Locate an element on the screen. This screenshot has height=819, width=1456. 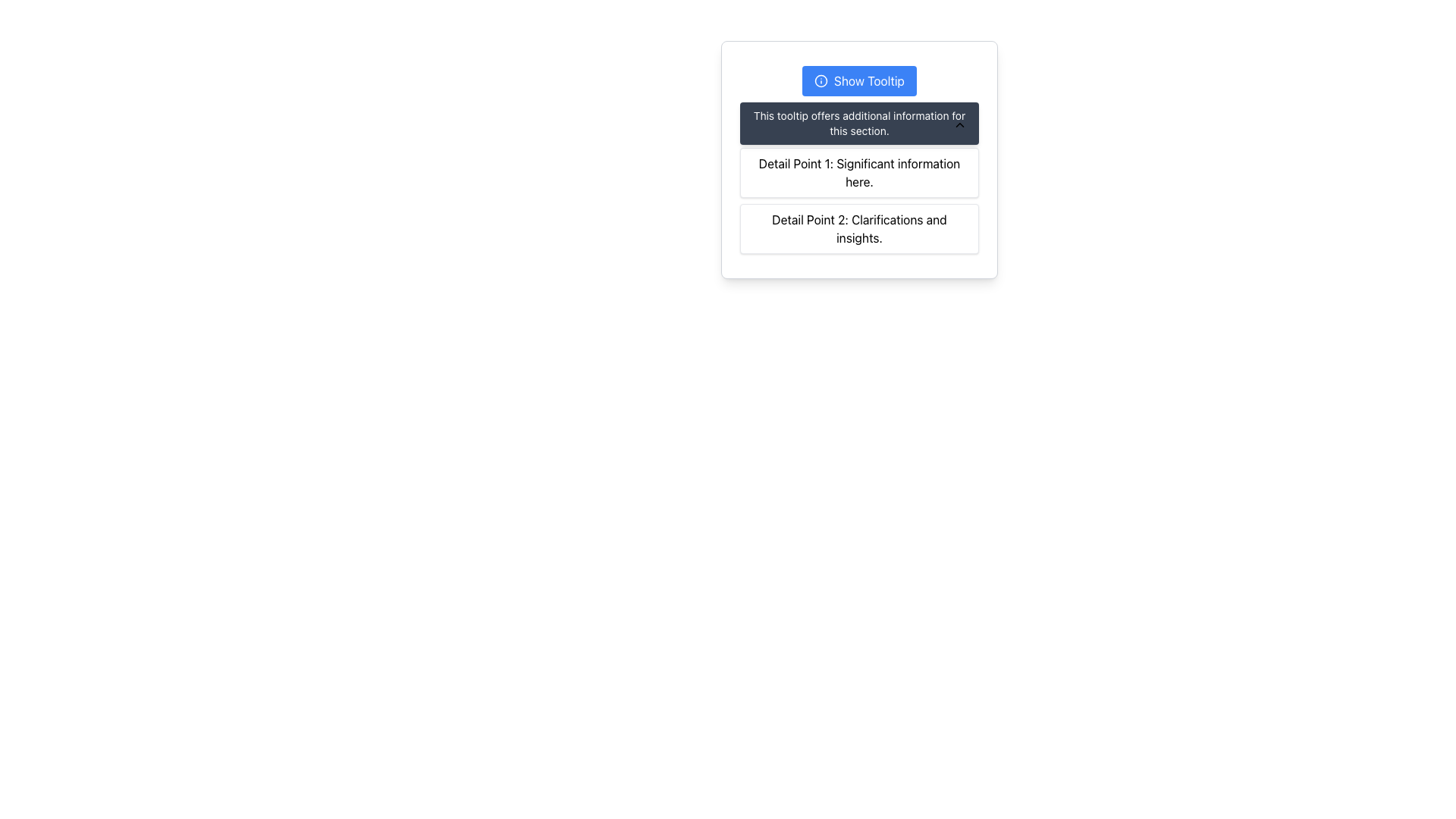
the graphical circle in the information icon located next to the text 'Show Tooltip' is located at coordinates (821, 81).